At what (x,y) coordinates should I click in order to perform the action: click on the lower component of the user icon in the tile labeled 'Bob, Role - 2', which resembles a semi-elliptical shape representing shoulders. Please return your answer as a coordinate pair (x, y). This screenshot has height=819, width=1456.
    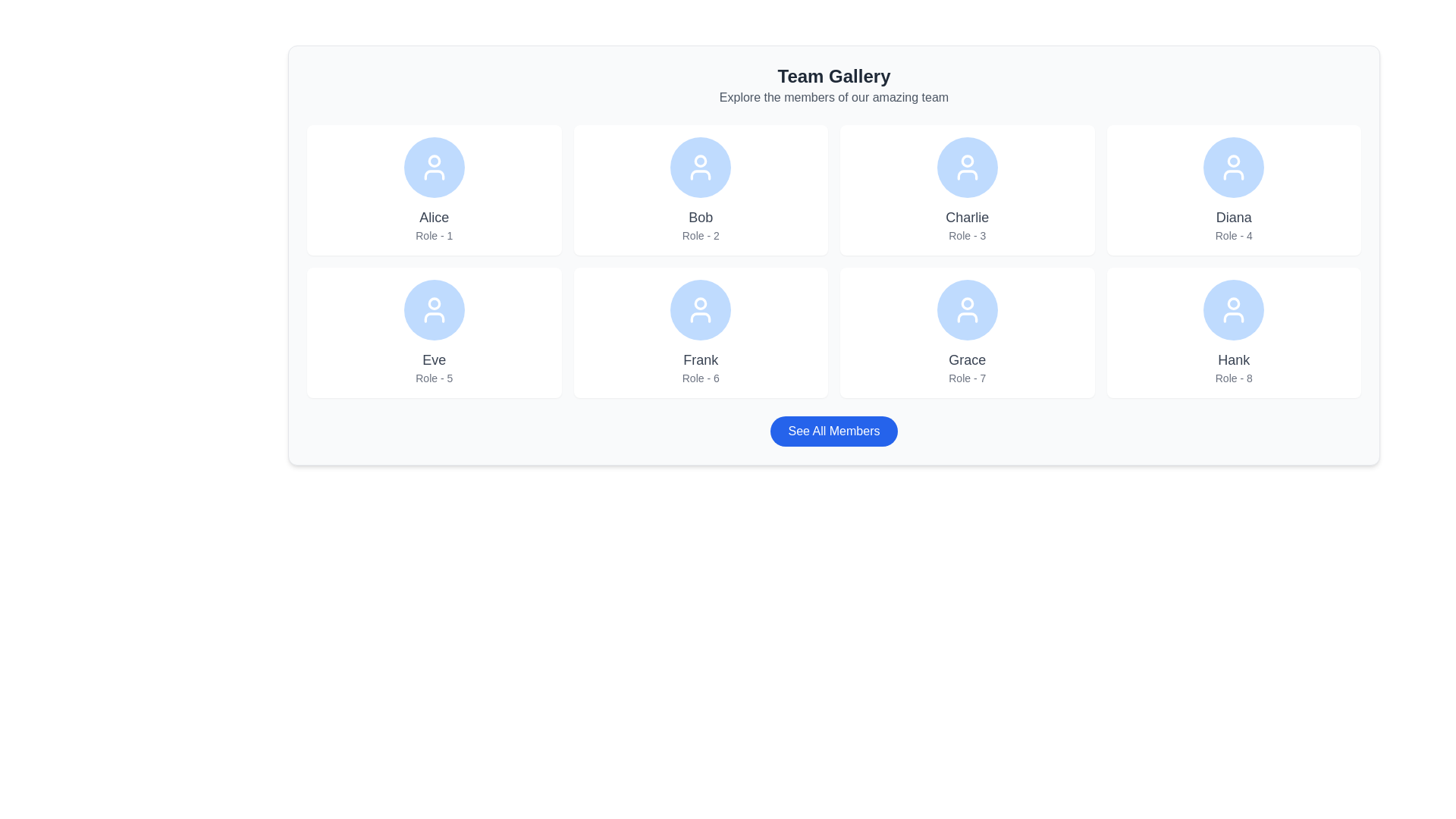
    Looking at the image, I should click on (700, 174).